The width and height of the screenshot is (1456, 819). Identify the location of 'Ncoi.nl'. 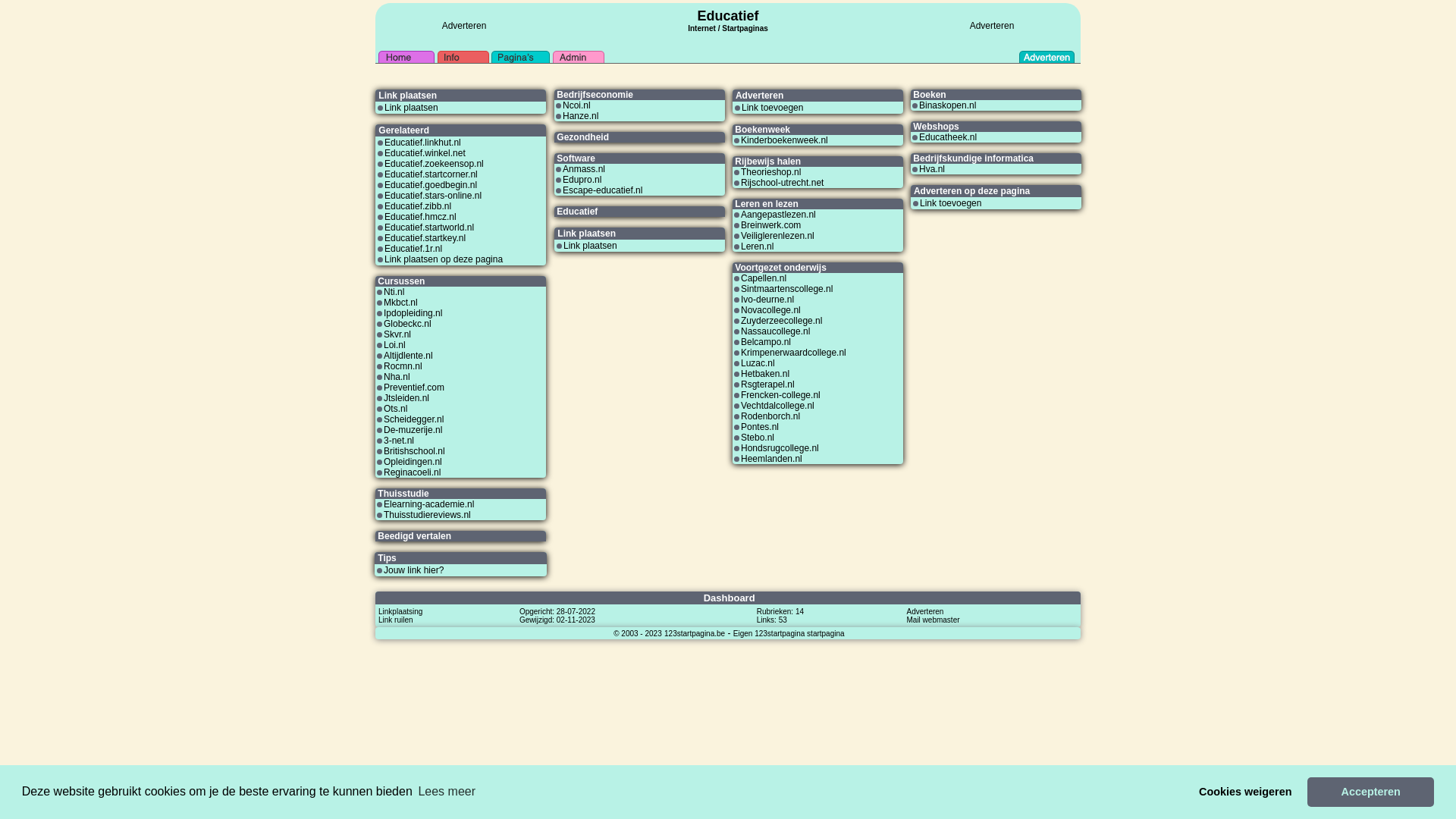
(562, 104).